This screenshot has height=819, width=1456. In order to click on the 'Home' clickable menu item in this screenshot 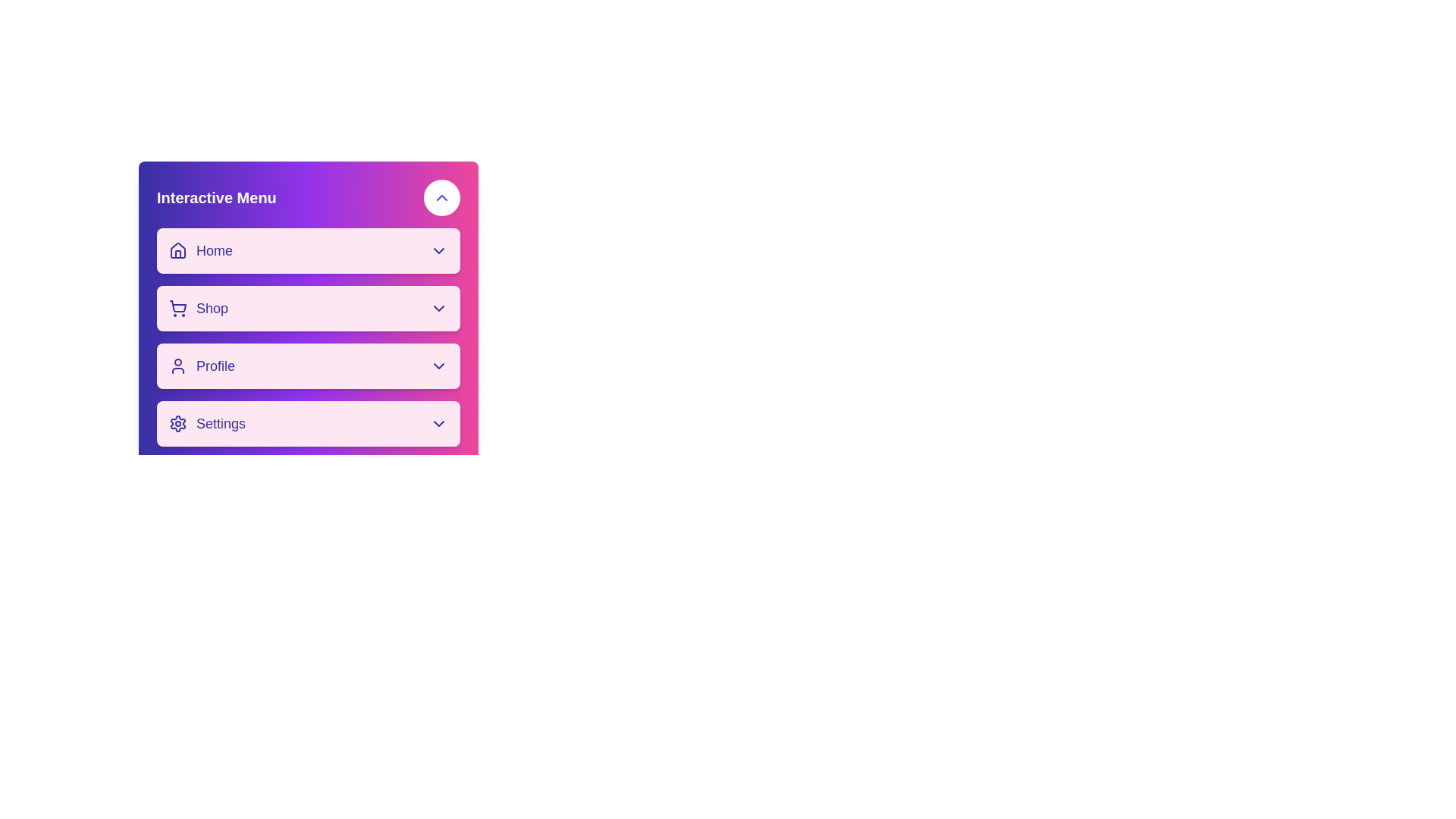, I will do `click(199, 250)`.